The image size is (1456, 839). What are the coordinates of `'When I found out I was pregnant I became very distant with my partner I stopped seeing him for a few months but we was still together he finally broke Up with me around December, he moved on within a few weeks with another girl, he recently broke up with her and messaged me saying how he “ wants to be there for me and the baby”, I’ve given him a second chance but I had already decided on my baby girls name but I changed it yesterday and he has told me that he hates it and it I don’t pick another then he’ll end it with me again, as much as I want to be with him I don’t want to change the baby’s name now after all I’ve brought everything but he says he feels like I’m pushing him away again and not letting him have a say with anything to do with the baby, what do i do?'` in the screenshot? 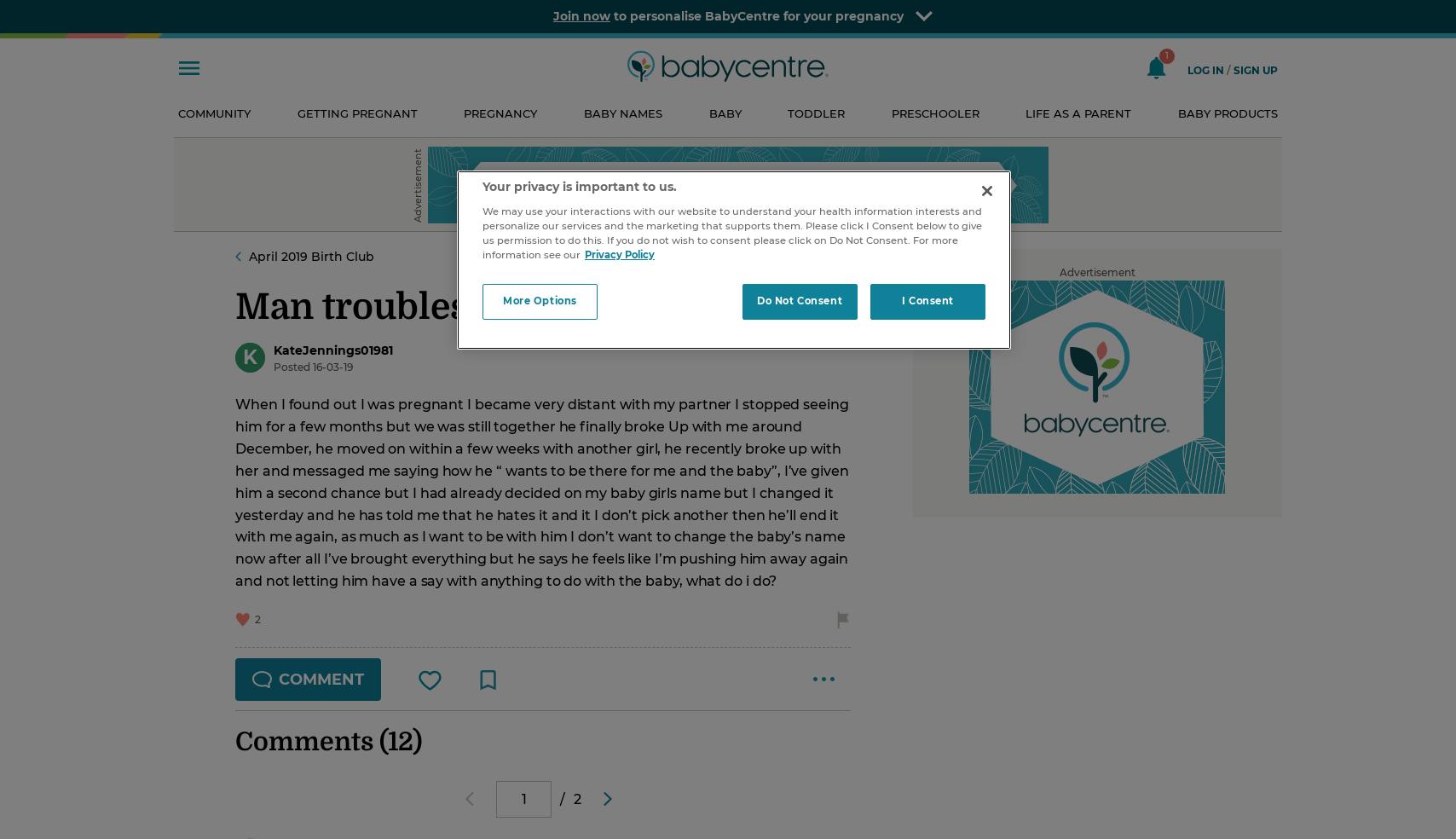 It's located at (543, 492).